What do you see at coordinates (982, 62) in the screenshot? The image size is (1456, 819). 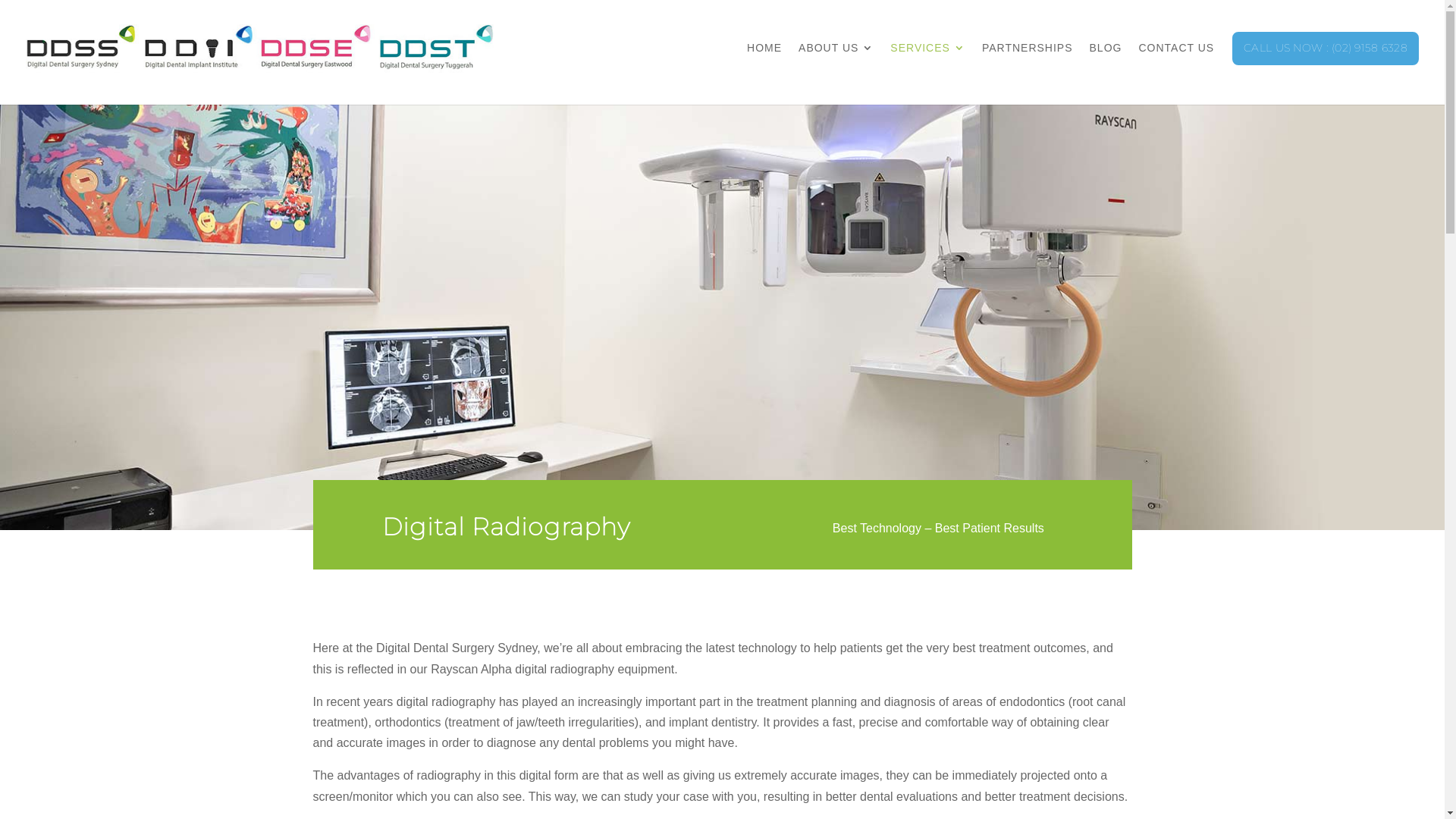 I see `'PARTNERSHIPS'` at bounding box center [982, 62].